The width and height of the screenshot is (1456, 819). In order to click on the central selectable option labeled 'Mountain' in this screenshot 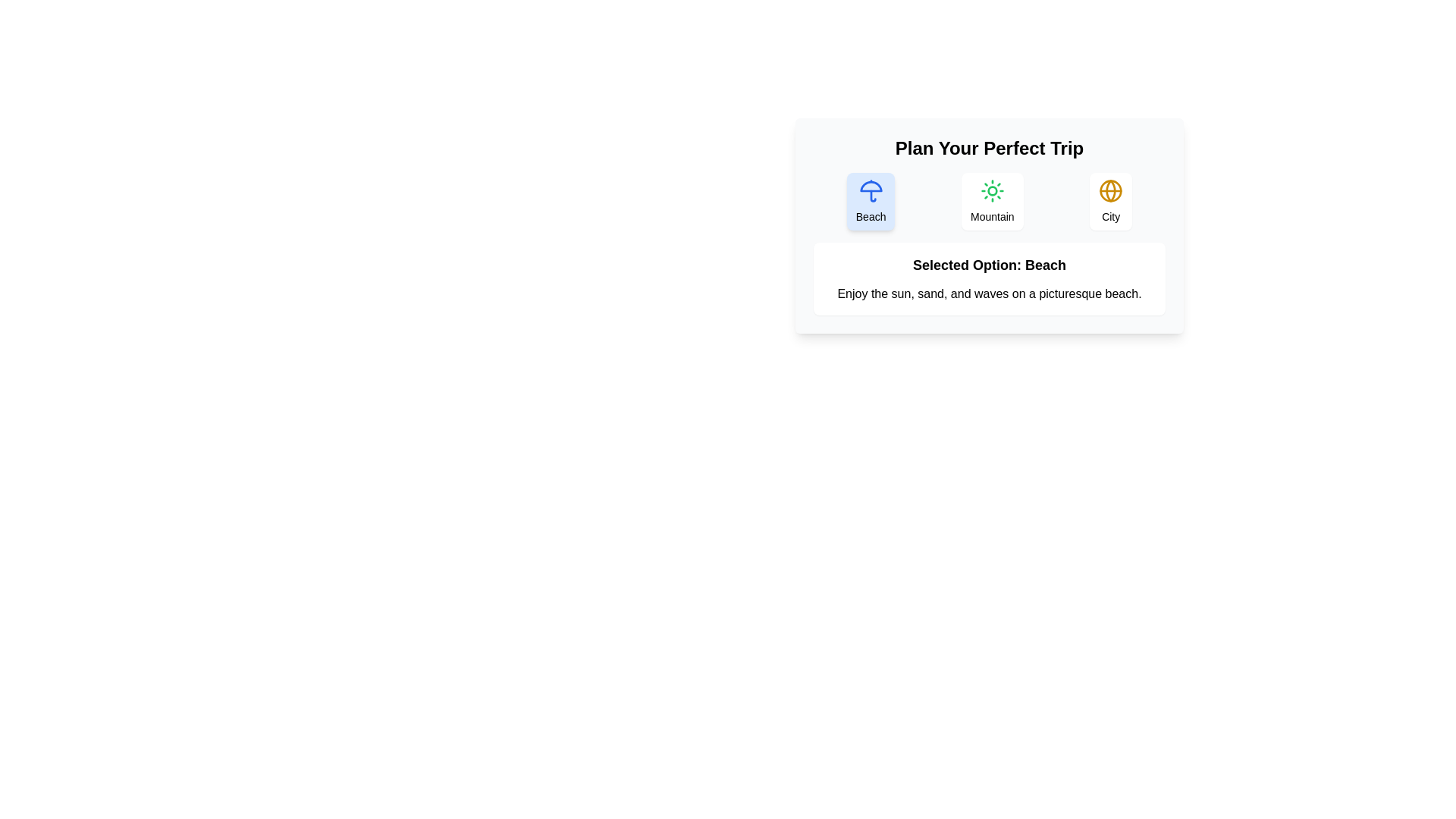, I will do `click(992, 201)`.